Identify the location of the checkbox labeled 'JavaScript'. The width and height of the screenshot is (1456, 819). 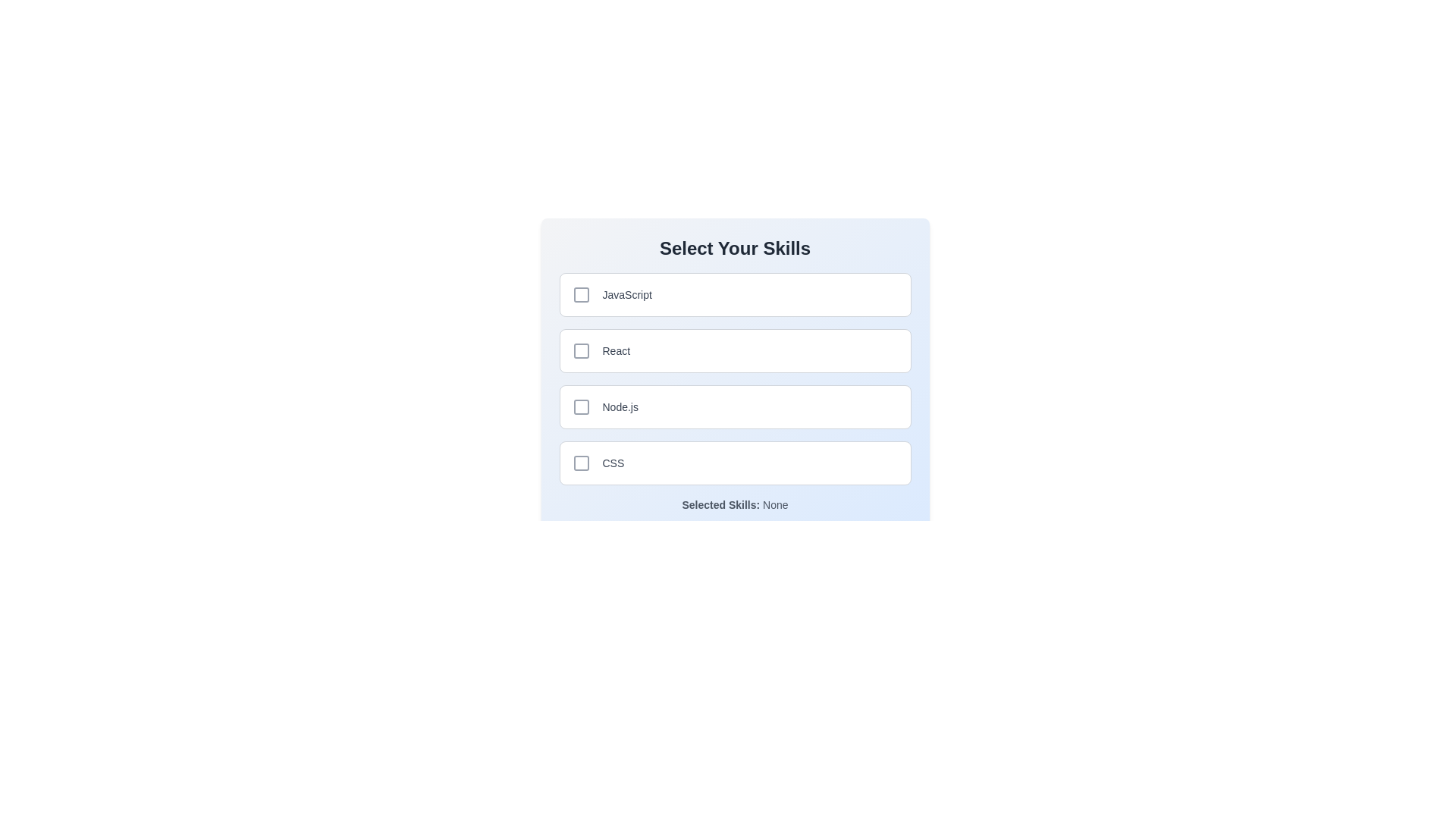
(735, 295).